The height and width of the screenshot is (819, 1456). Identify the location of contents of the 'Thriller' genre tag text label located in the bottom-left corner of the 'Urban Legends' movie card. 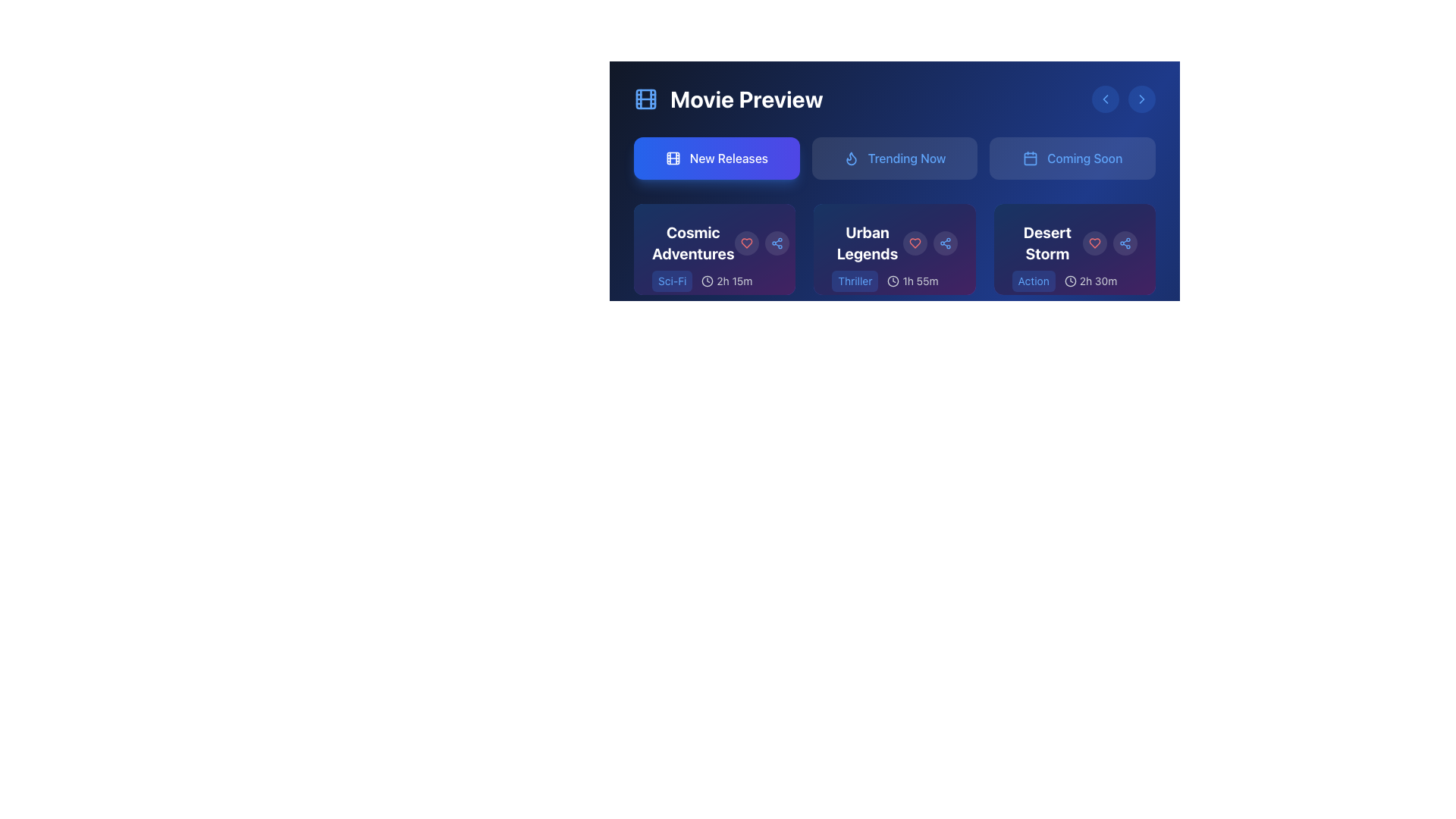
(855, 281).